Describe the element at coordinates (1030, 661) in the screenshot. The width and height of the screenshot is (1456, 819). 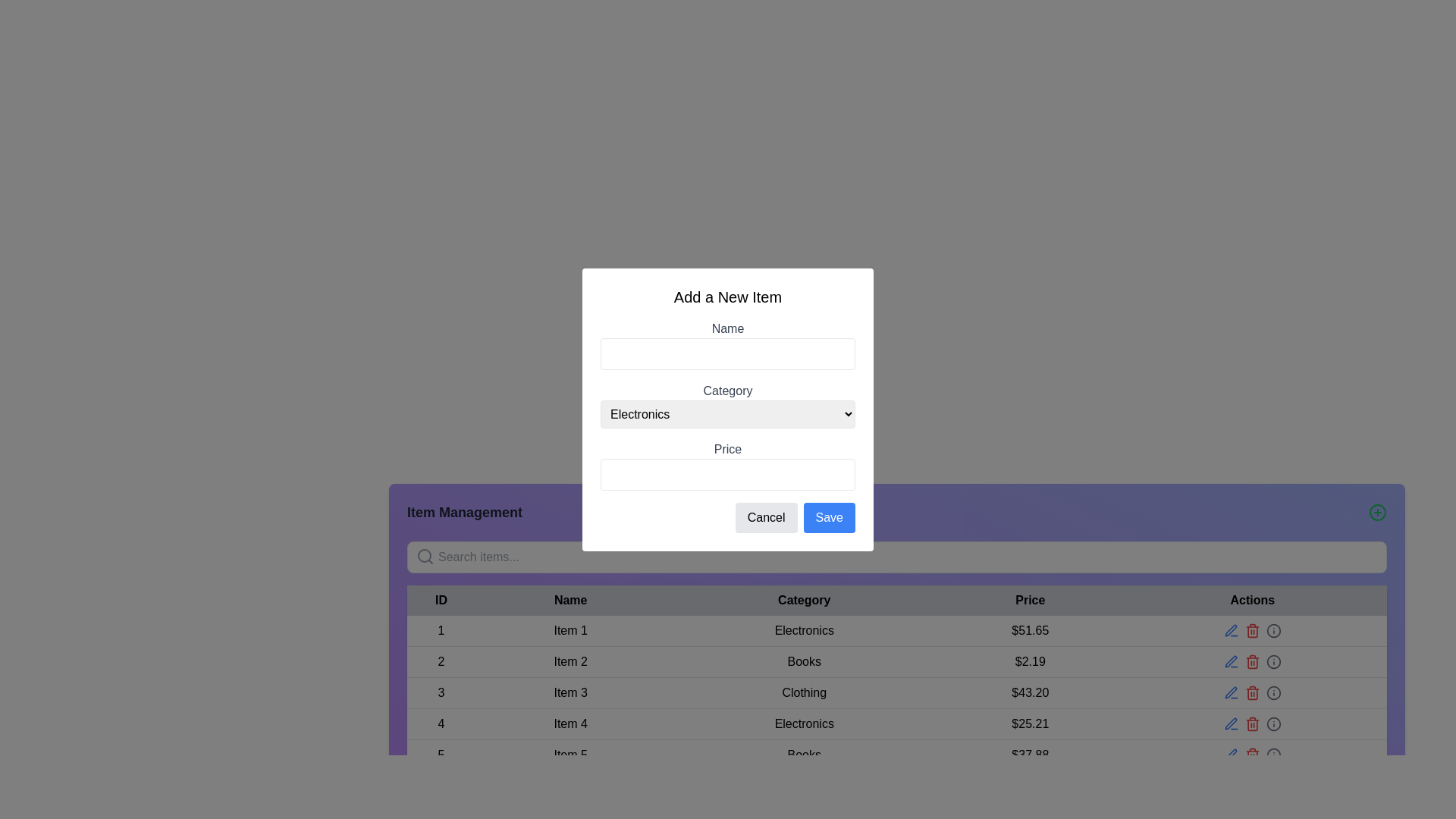
I see `the text label displaying the price '$2.19' in the table row labeled 'Item 2' under the 'Price' column` at that location.